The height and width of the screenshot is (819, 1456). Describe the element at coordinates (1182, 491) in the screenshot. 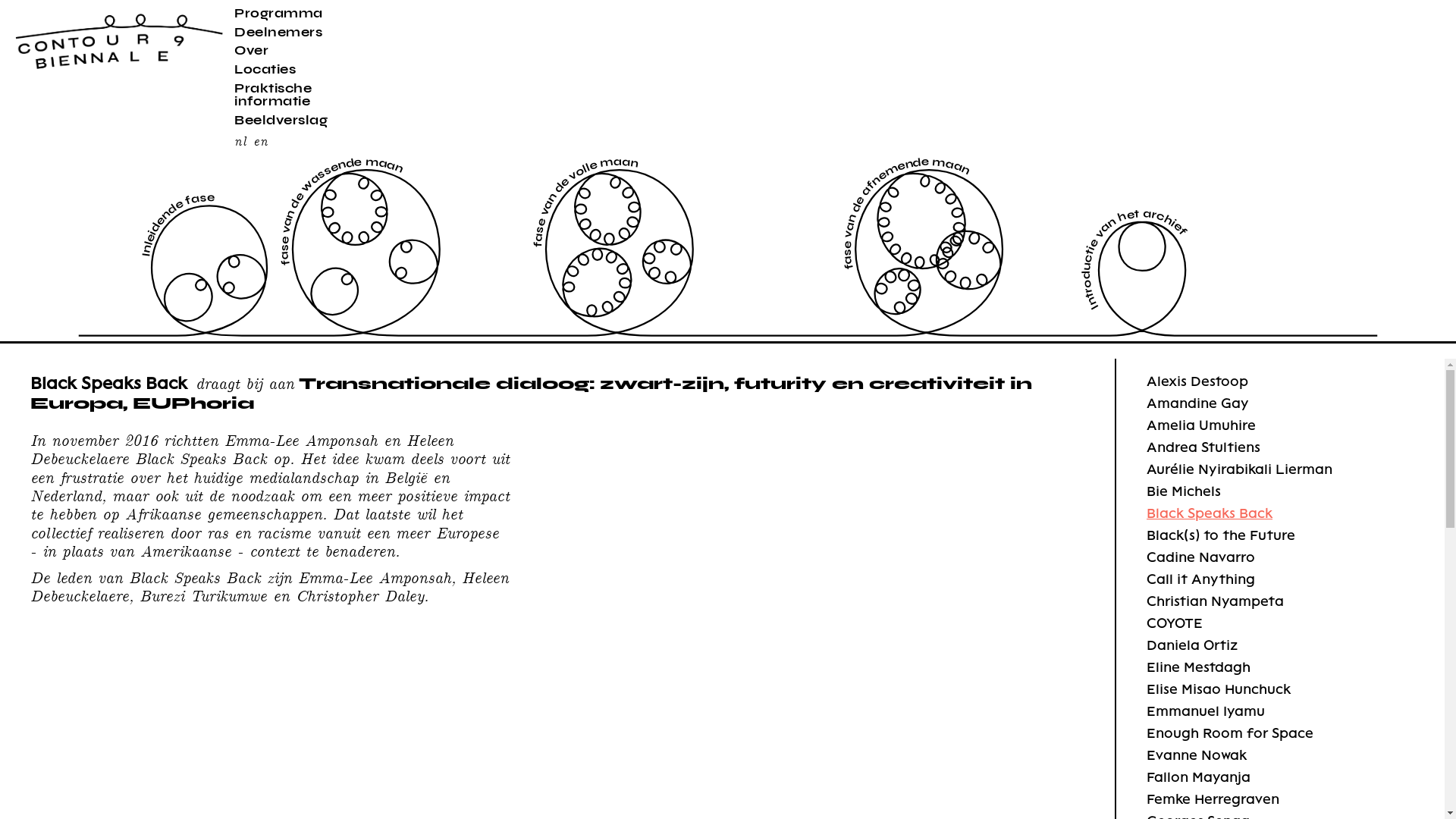

I see `'Bie Michels'` at that location.